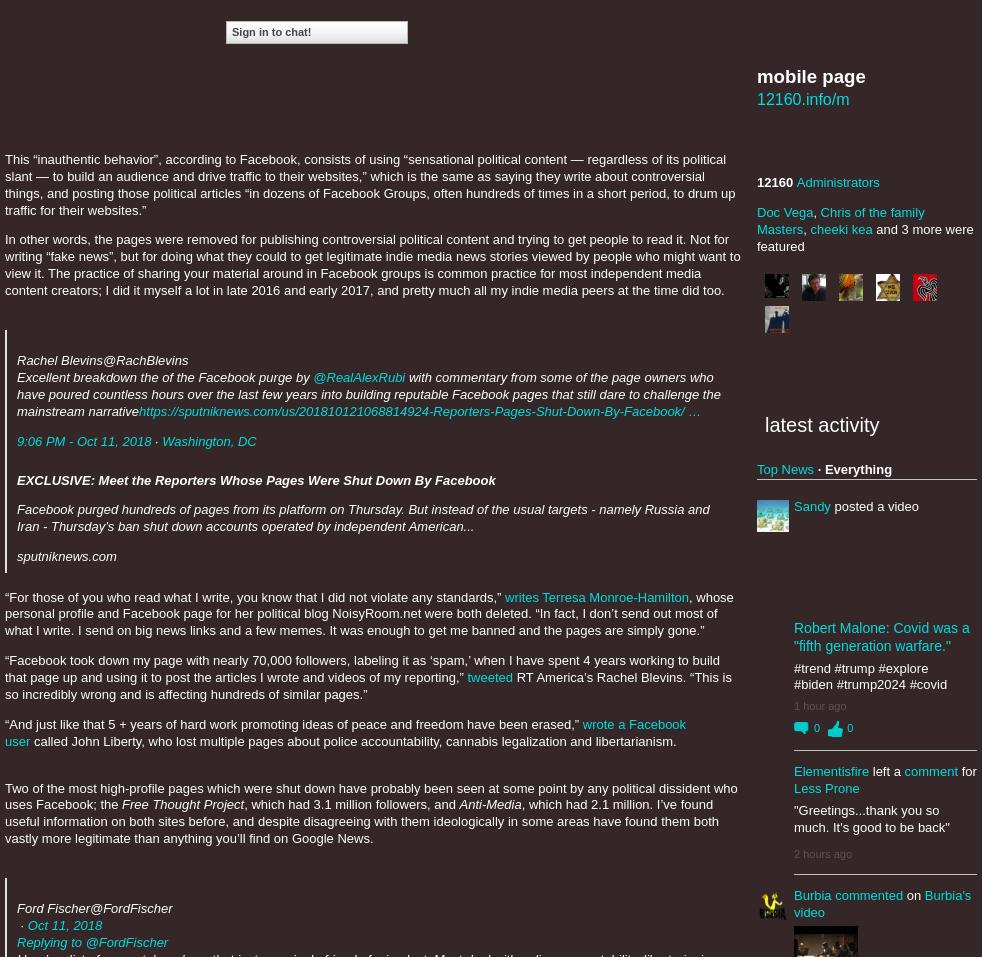  I want to click on '“And just like that 5 + years of hard work promoting ideas of peace and freedom have been erased,”', so click(293, 723).